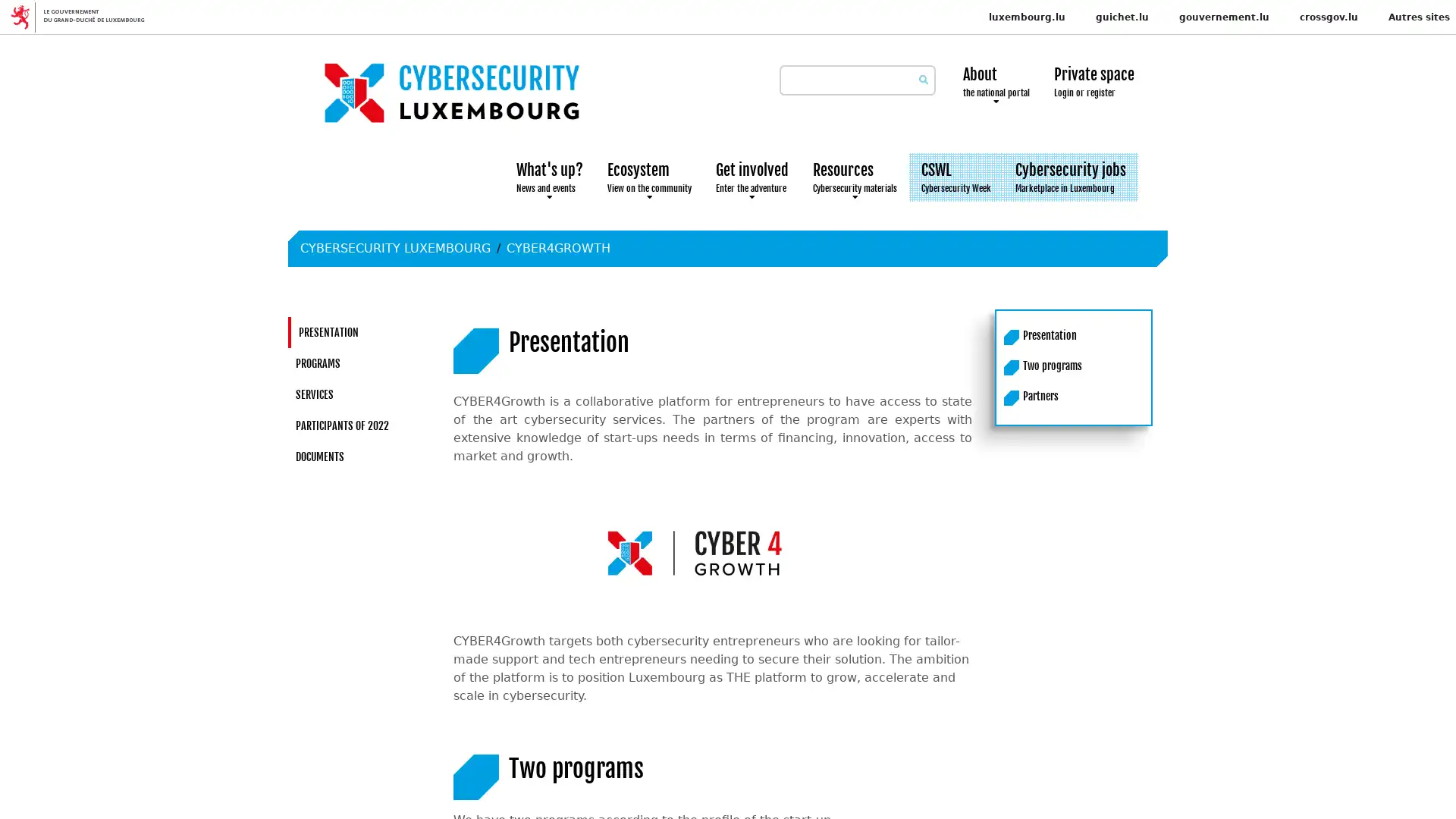 This screenshot has height=819, width=1456. I want to click on CSWL Cybersecurity Week, so click(955, 177).